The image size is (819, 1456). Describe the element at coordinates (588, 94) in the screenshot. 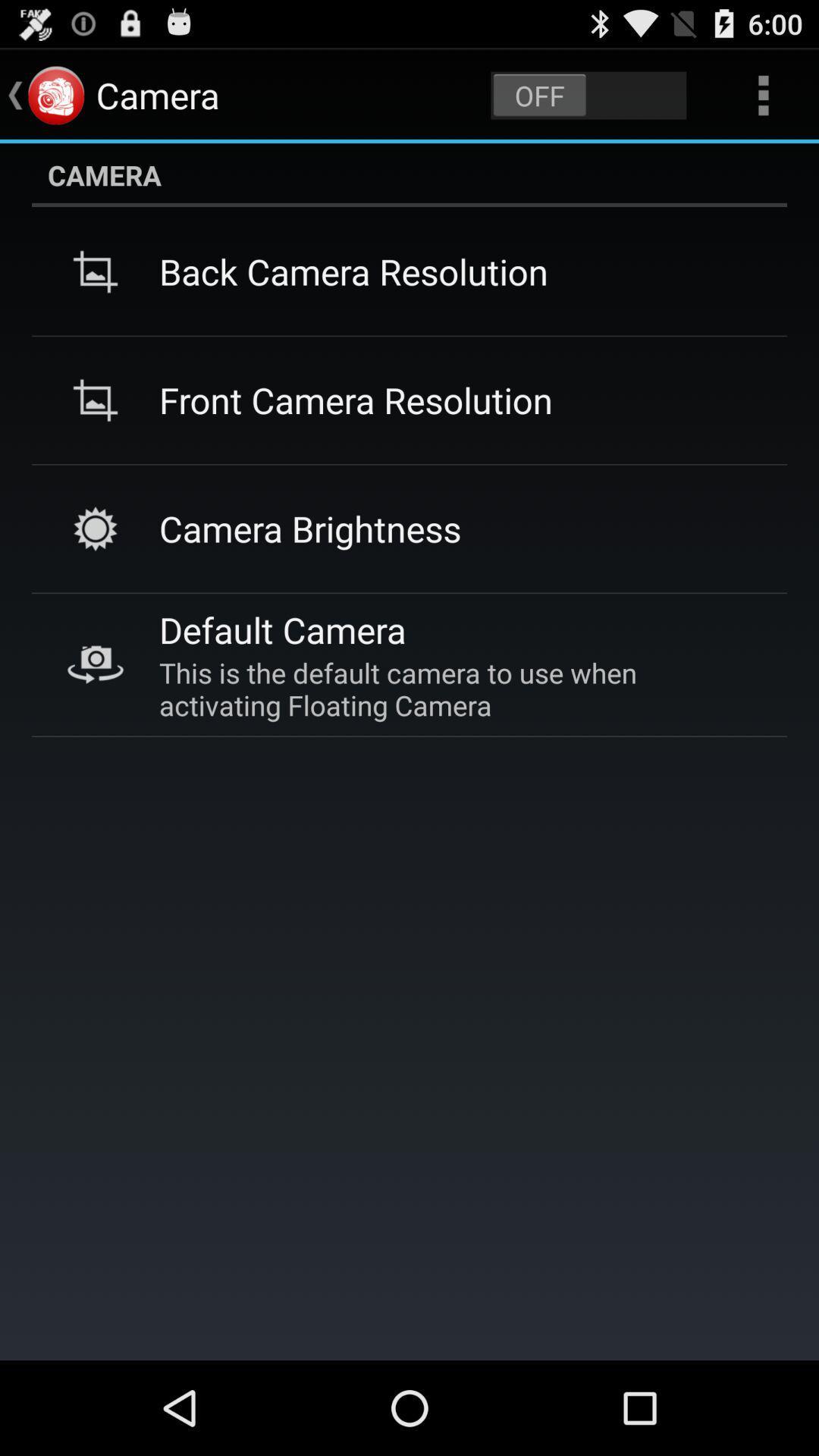

I see `switch on` at that location.